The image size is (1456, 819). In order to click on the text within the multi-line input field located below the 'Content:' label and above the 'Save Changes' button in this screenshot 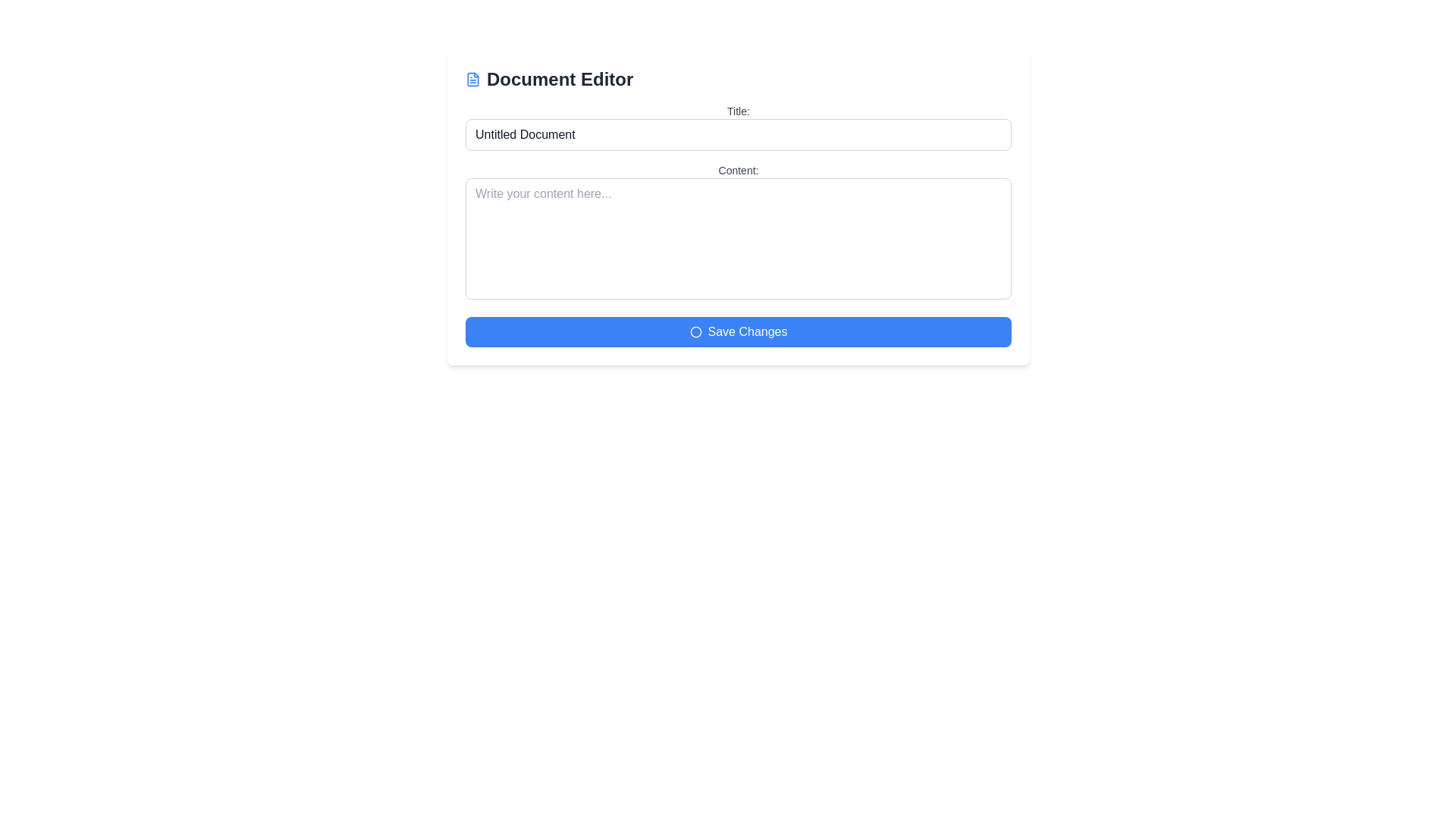, I will do `click(739, 239)`.